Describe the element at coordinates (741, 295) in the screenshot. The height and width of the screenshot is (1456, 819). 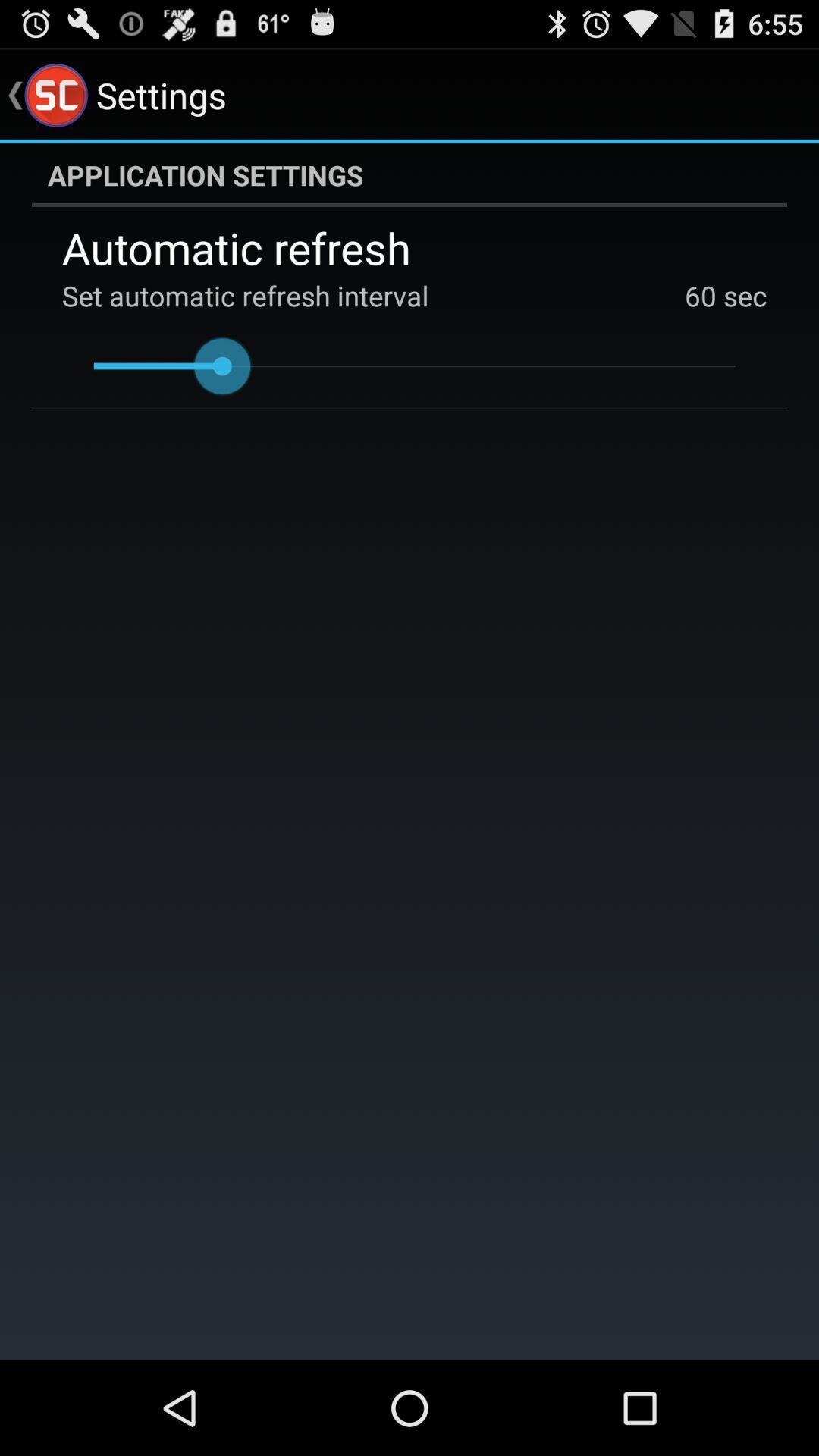
I see `app to the right of 60 app` at that location.